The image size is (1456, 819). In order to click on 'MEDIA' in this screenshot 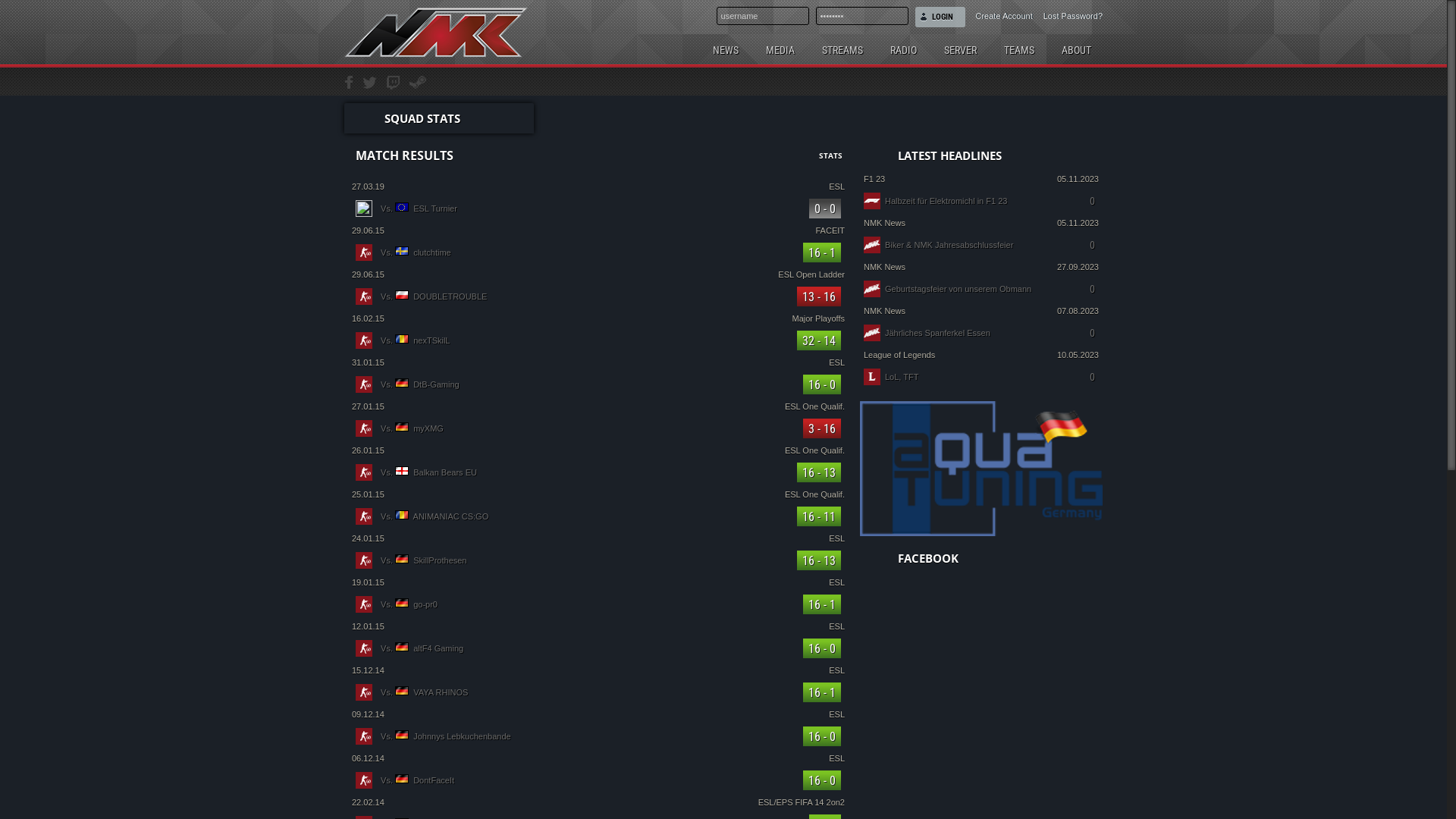, I will do `click(780, 49)`.